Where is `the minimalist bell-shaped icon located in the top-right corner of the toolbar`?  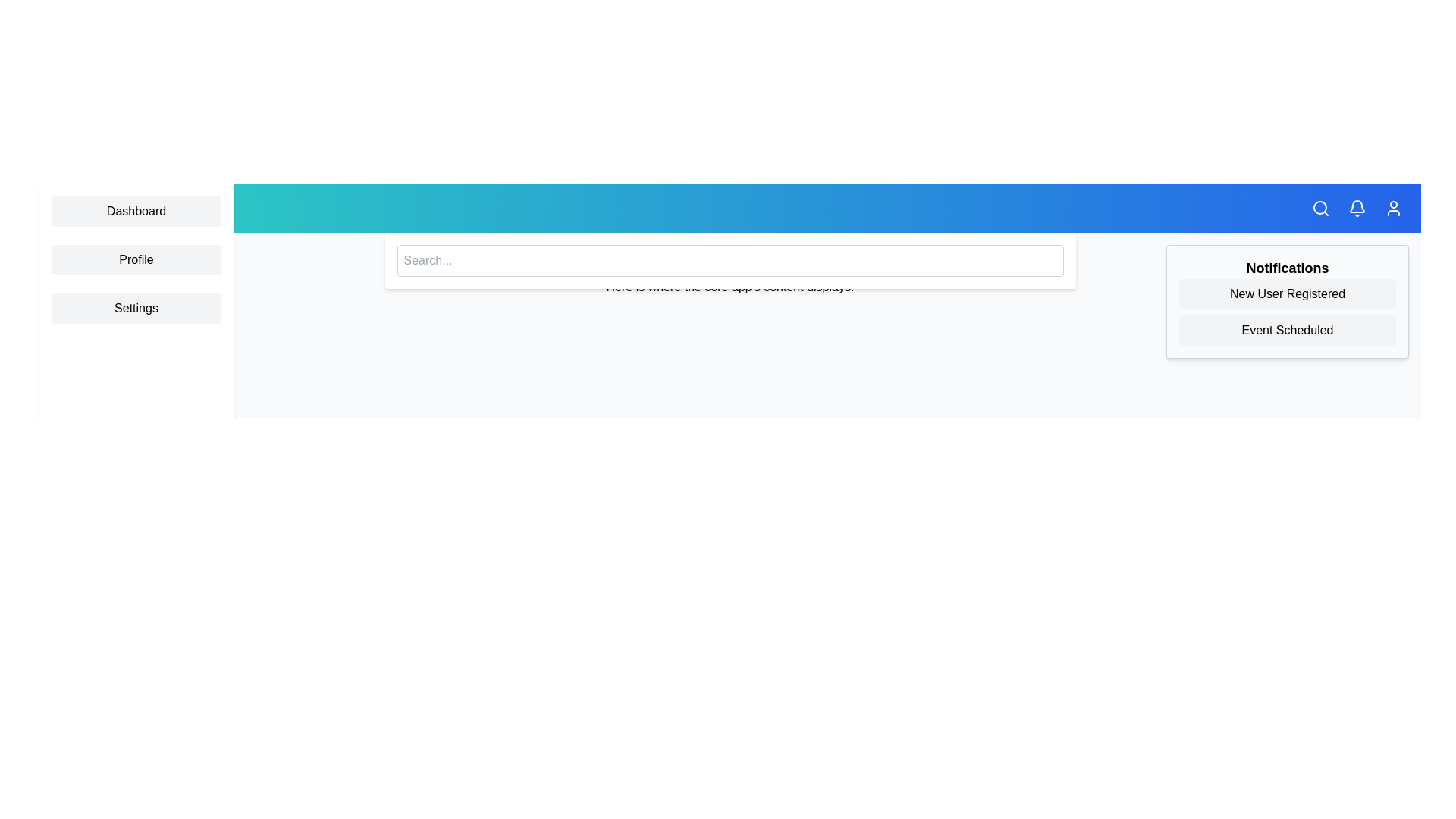 the minimalist bell-shaped icon located in the top-right corner of the toolbar is located at coordinates (1357, 206).